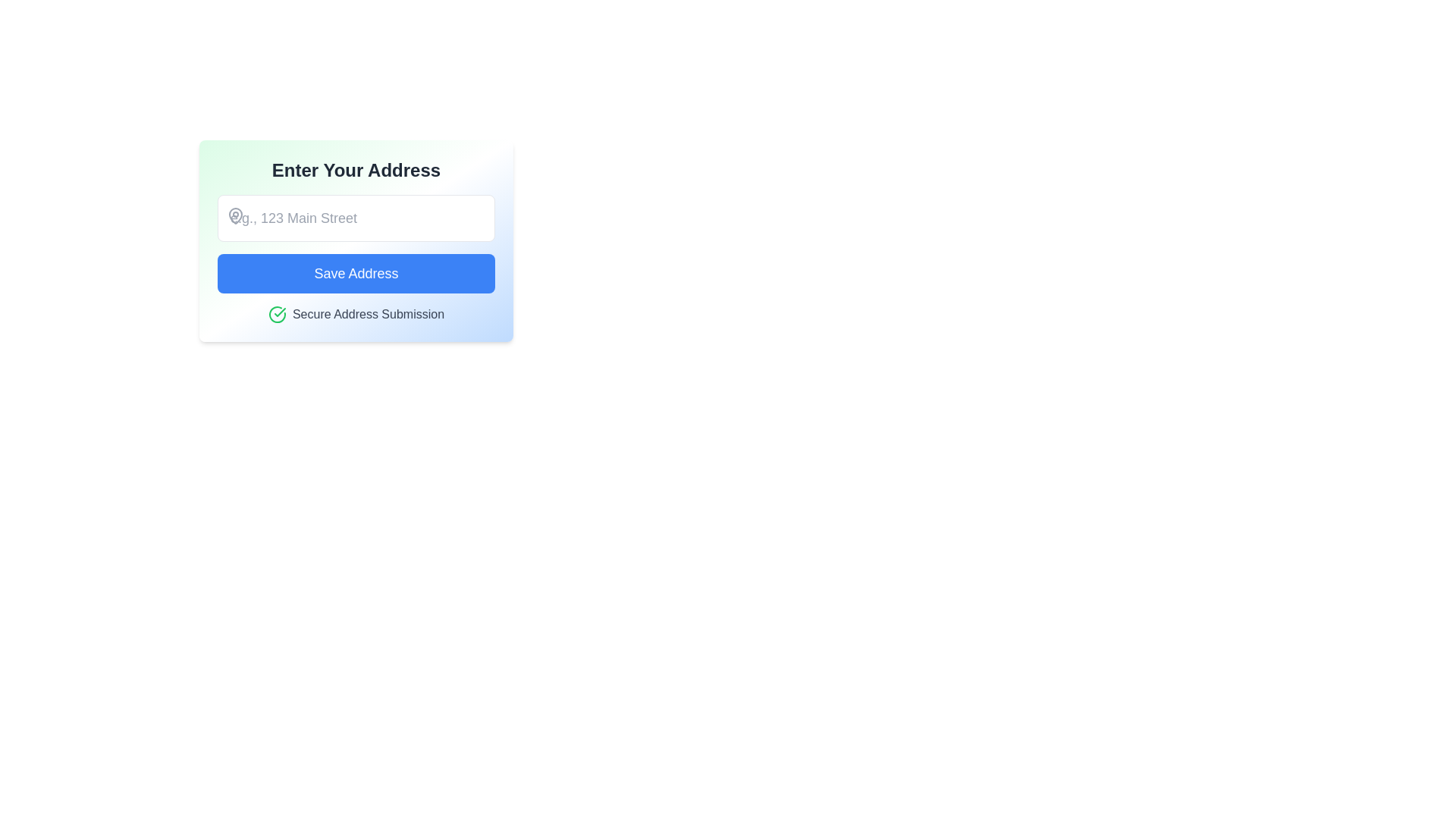 The height and width of the screenshot is (819, 1456). What do you see at coordinates (356, 314) in the screenshot?
I see `the success indicator label with an icon, which confirms that the secure address submission has been completed successfully, located below the 'Save Address' button` at bounding box center [356, 314].